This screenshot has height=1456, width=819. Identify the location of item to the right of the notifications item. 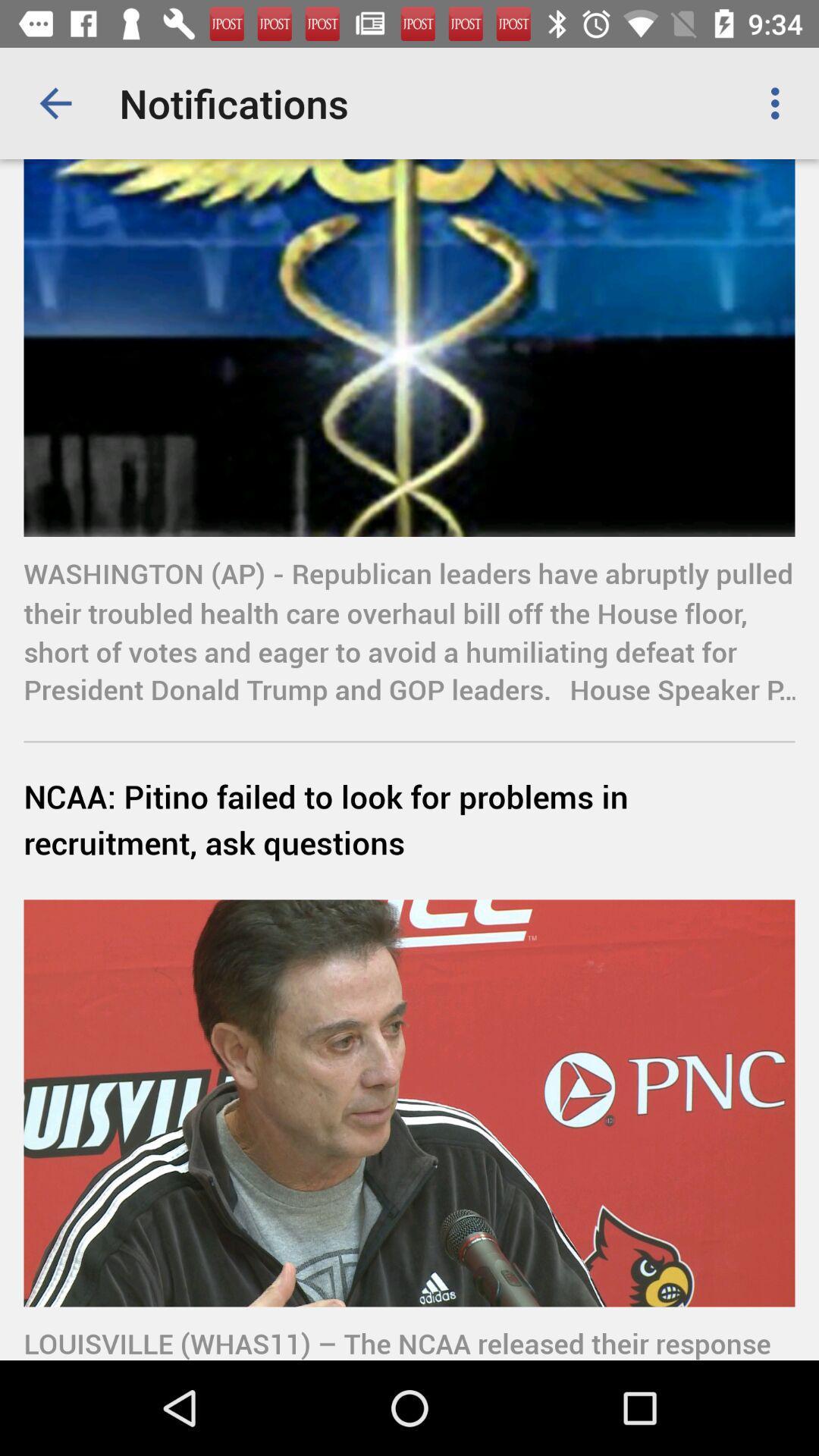
(779, 102).